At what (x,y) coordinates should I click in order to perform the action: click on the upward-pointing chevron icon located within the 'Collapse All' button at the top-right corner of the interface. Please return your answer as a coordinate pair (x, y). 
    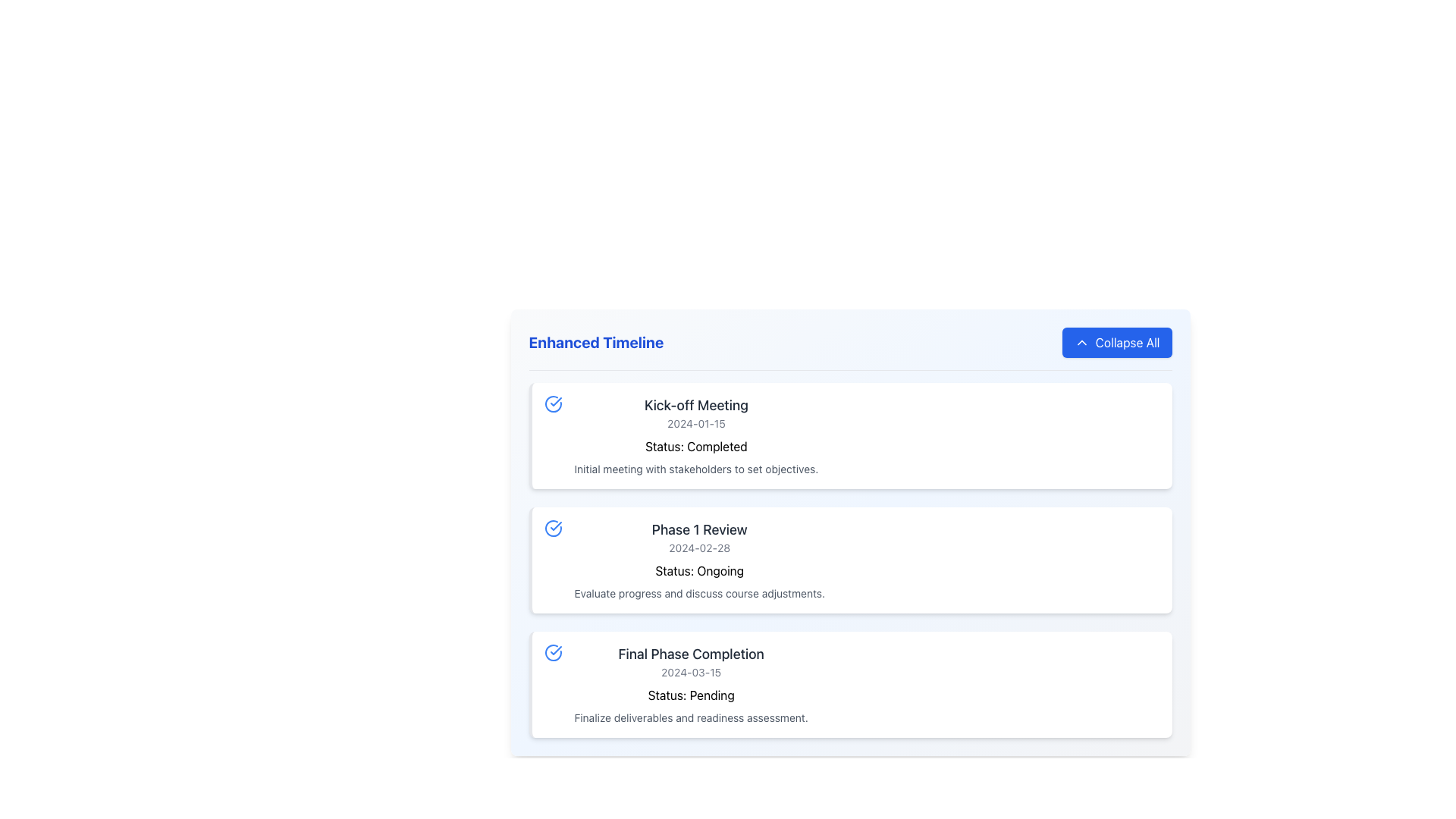
    Looking at the image, I should click on (1081, 342).